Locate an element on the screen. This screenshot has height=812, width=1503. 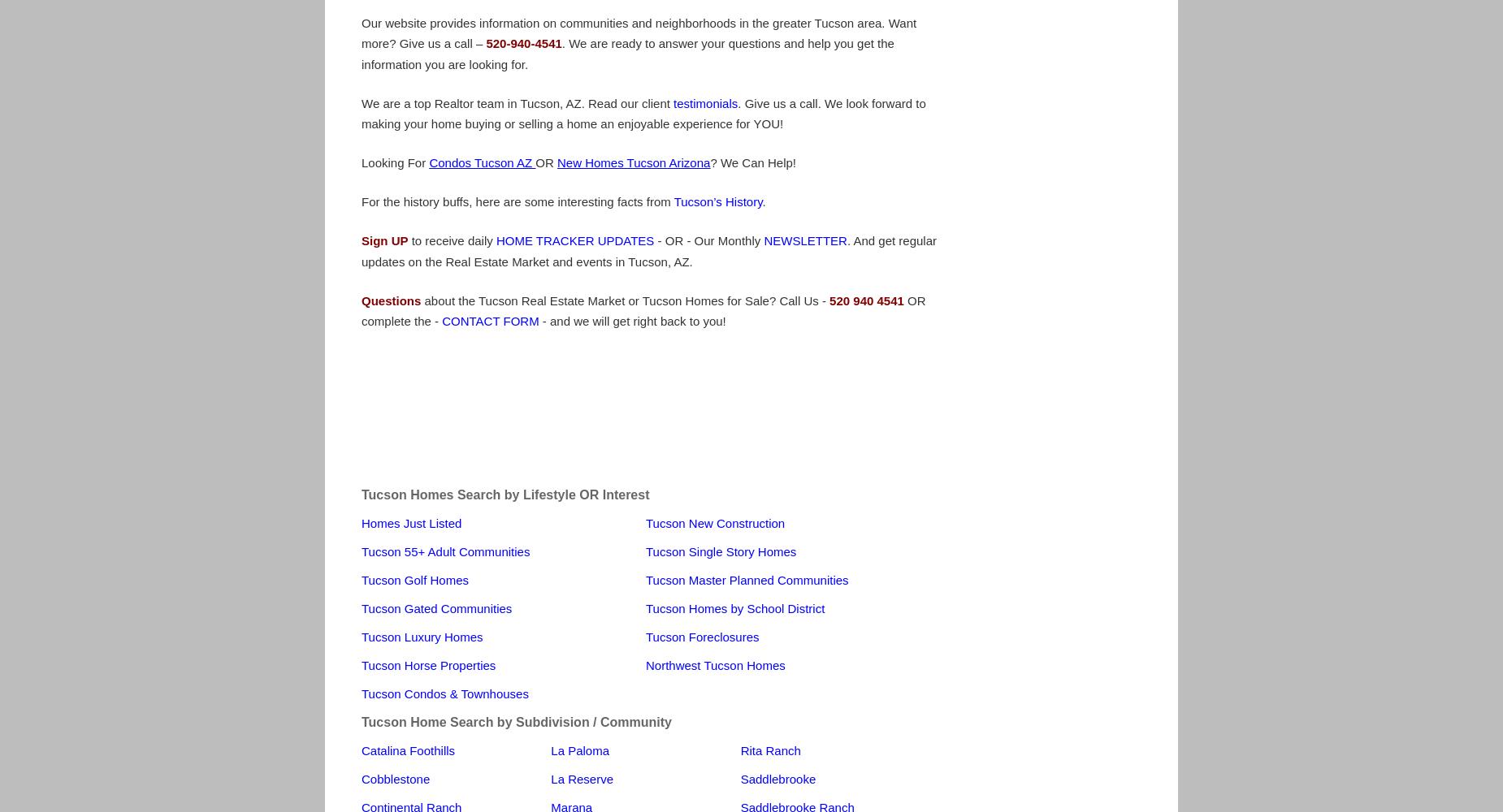
'Tucson Home Search by Subdivision / Community' is located at coordinates (516, 721).